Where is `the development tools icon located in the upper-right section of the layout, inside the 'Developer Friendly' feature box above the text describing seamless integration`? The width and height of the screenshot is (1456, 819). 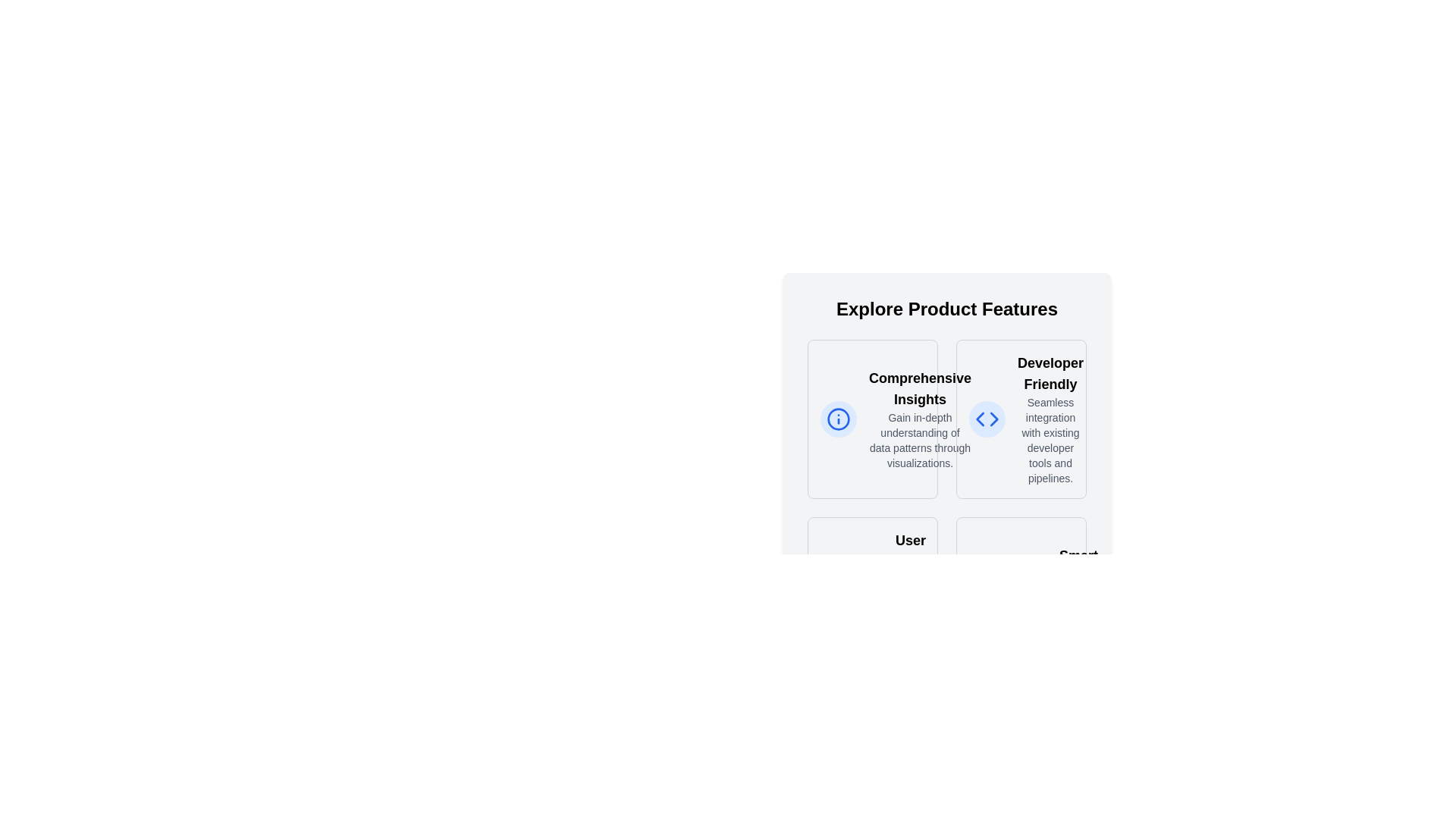 the development tools icon located in the upper-right section of the layout, inside the 'Developer Friendly' feature box above the text describing seamless integration is located at coordinates (987, 419).